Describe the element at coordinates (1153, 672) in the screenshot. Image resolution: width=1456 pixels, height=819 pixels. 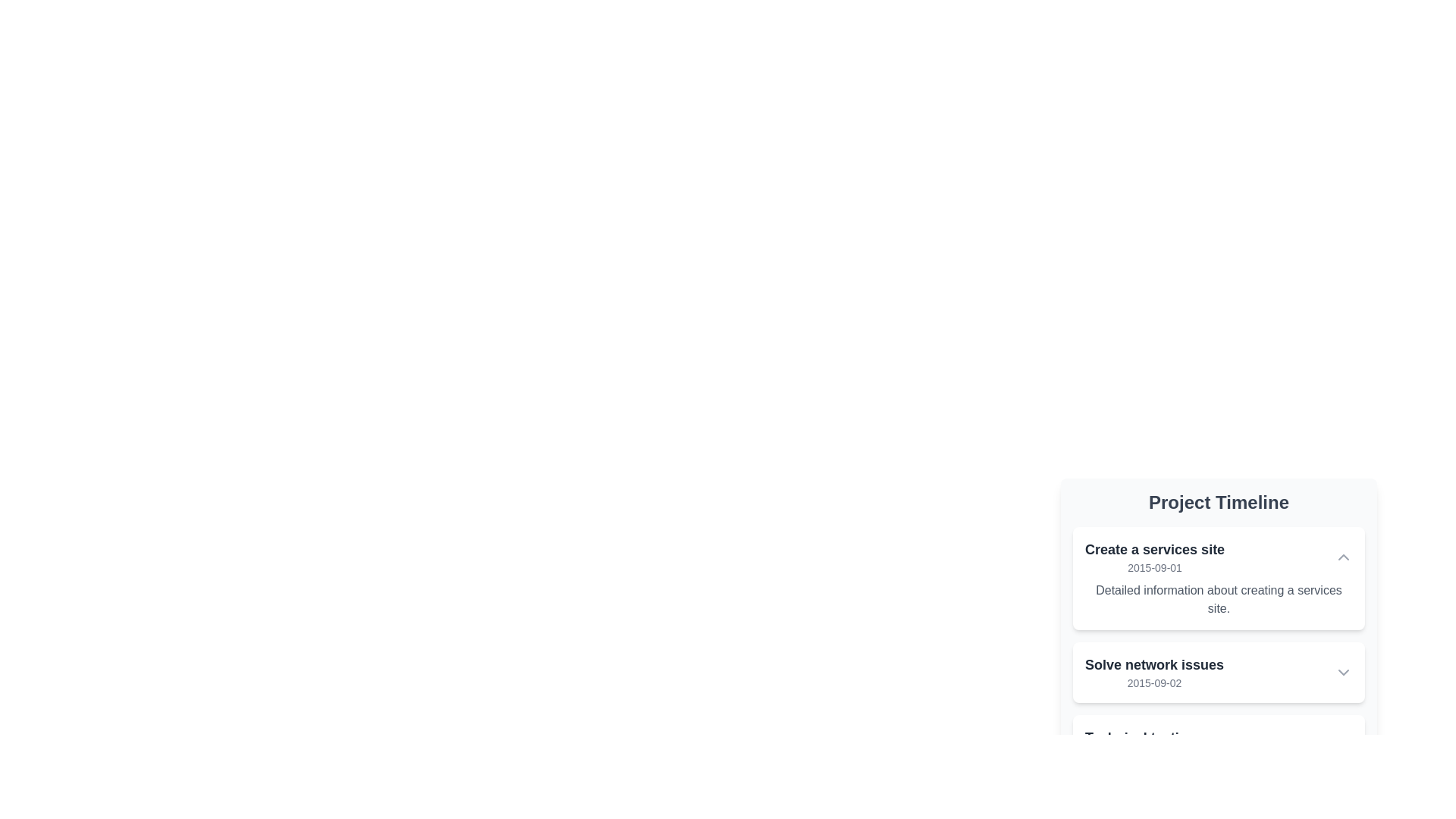
I see `the Text Component displaying 'Solve network issues' and '2015-09-02' within the Project Timeline list` at that location.